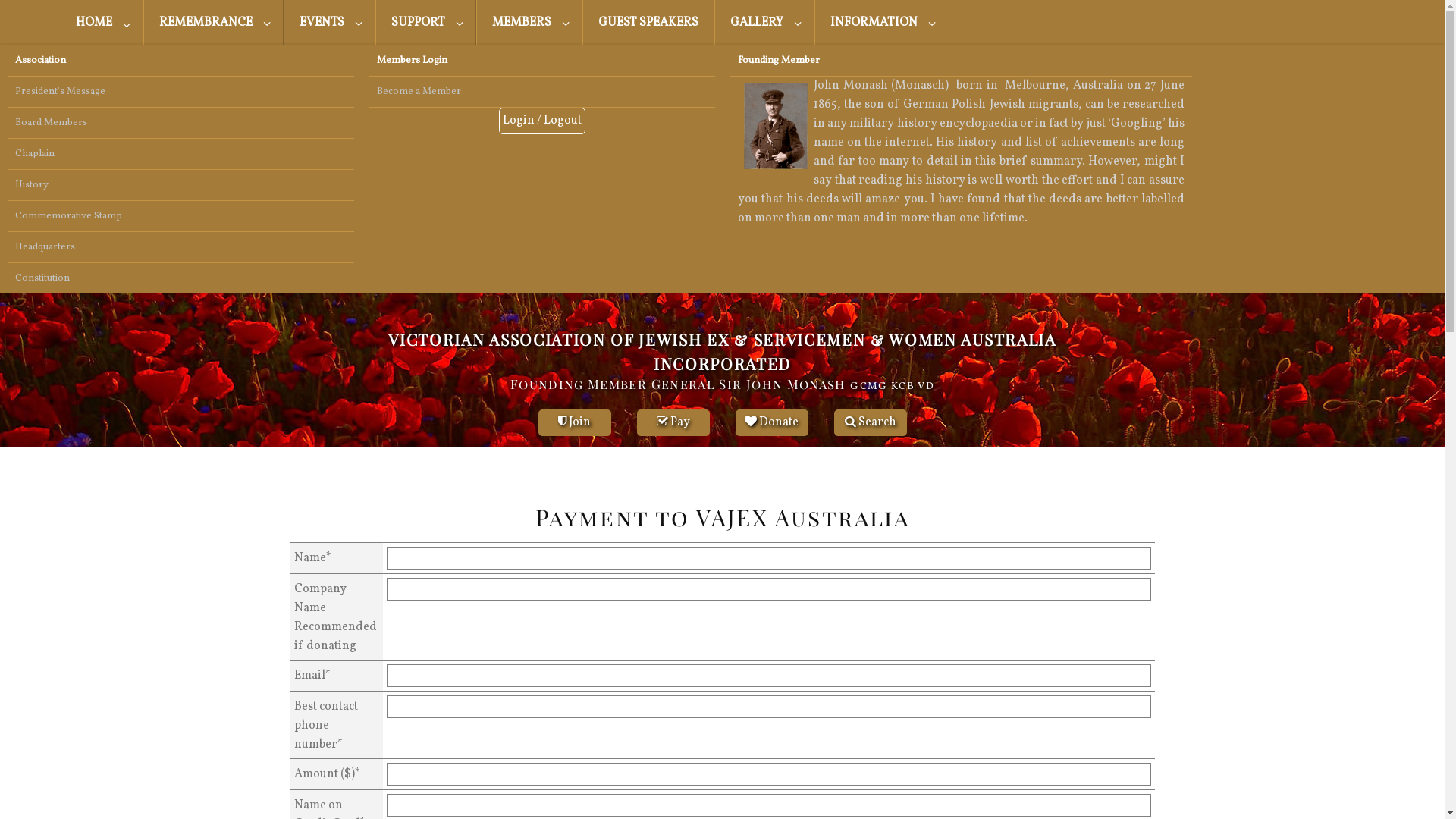 This screenshot has height=819, width=1456. What do you see at coordinates (180, 122) in the screenshot?
I see `'Board Members'` at bounding box center [180, 122].